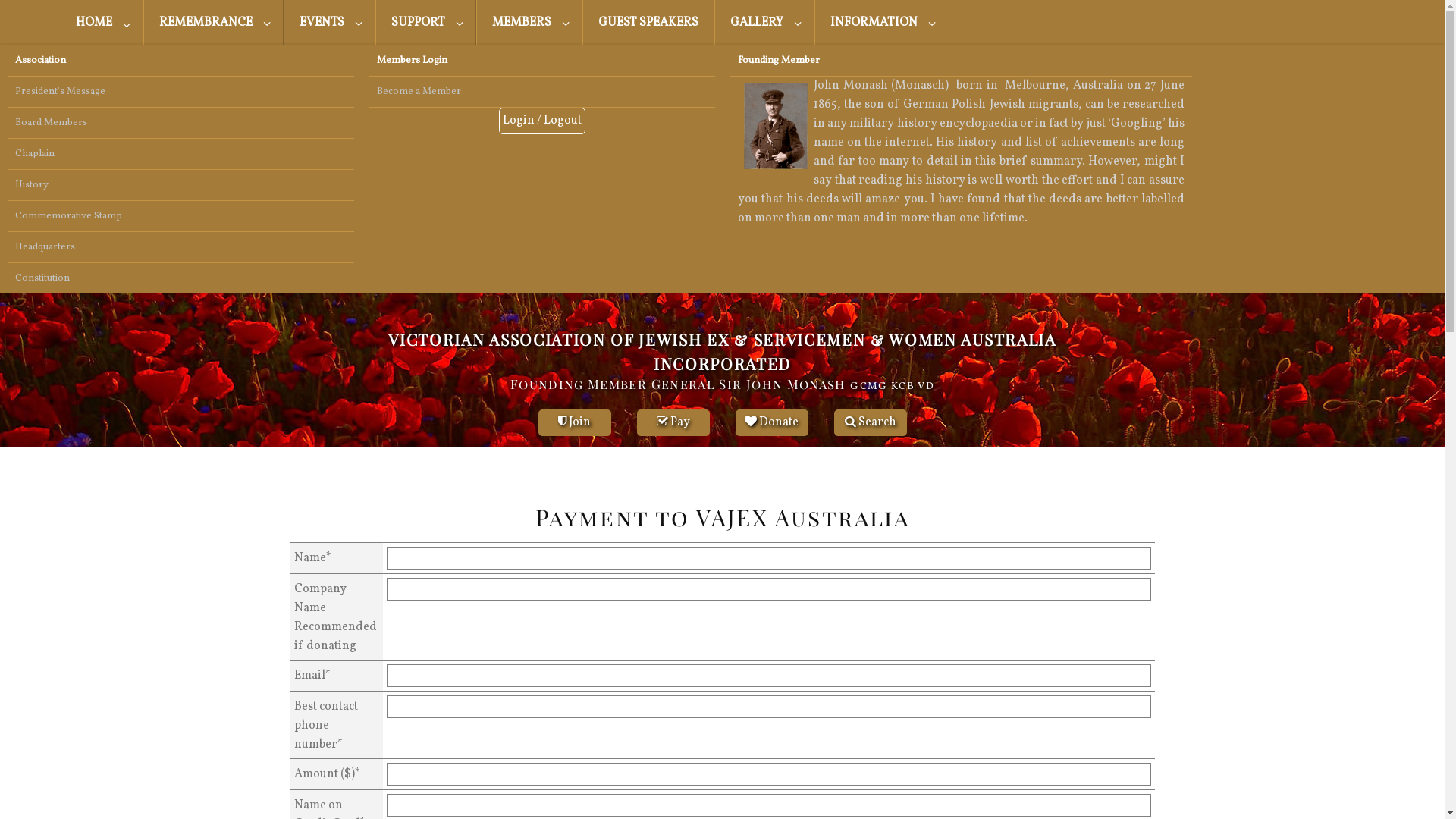 This screenshot has height=819, width=1456. What do you see at coordinates (180, 122) in the screenshot?
I see `'Board Members'` at bounding box center [180, 122].